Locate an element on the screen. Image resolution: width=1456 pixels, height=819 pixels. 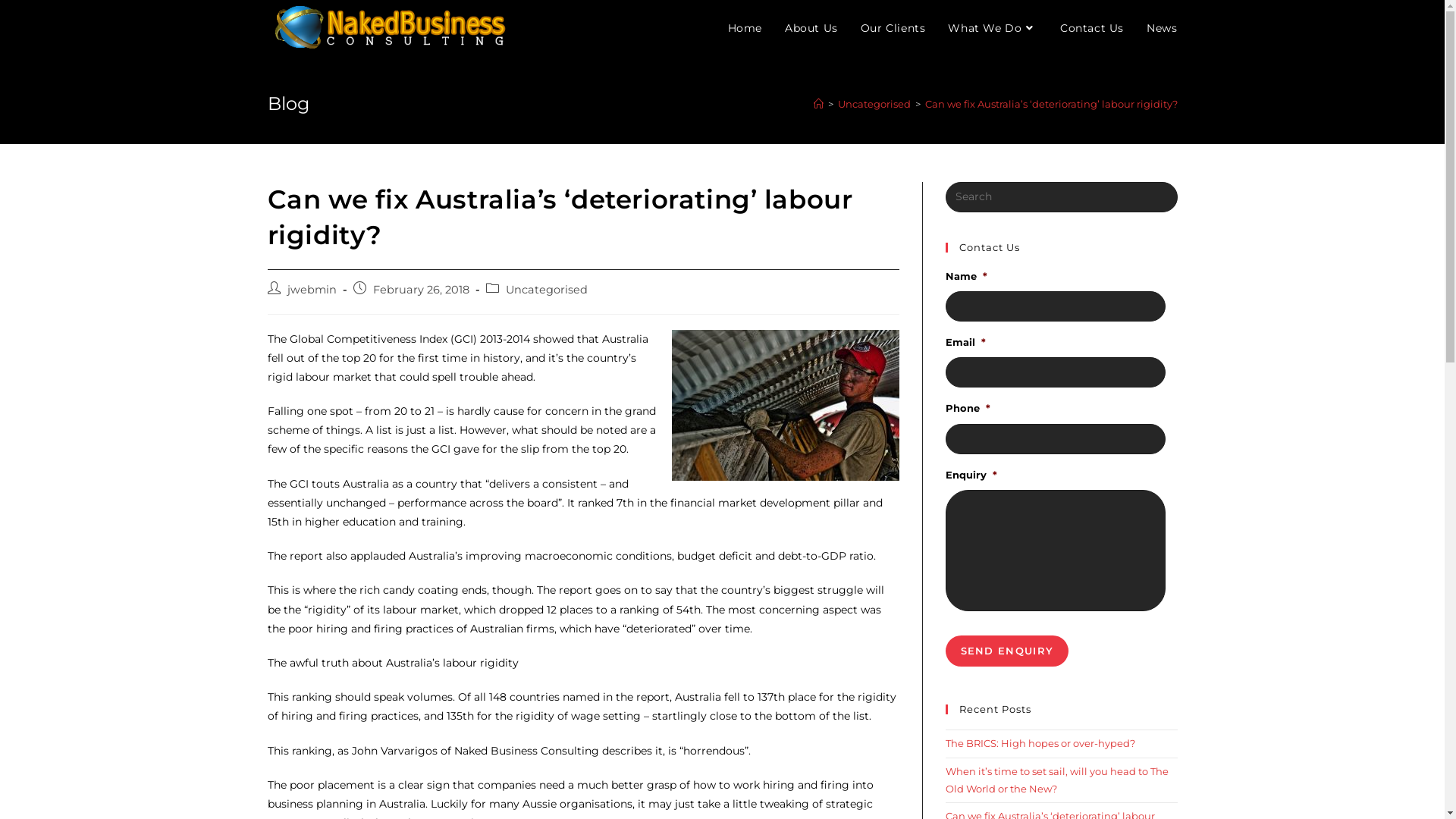
'News' is located at coordinates (1160, 28).